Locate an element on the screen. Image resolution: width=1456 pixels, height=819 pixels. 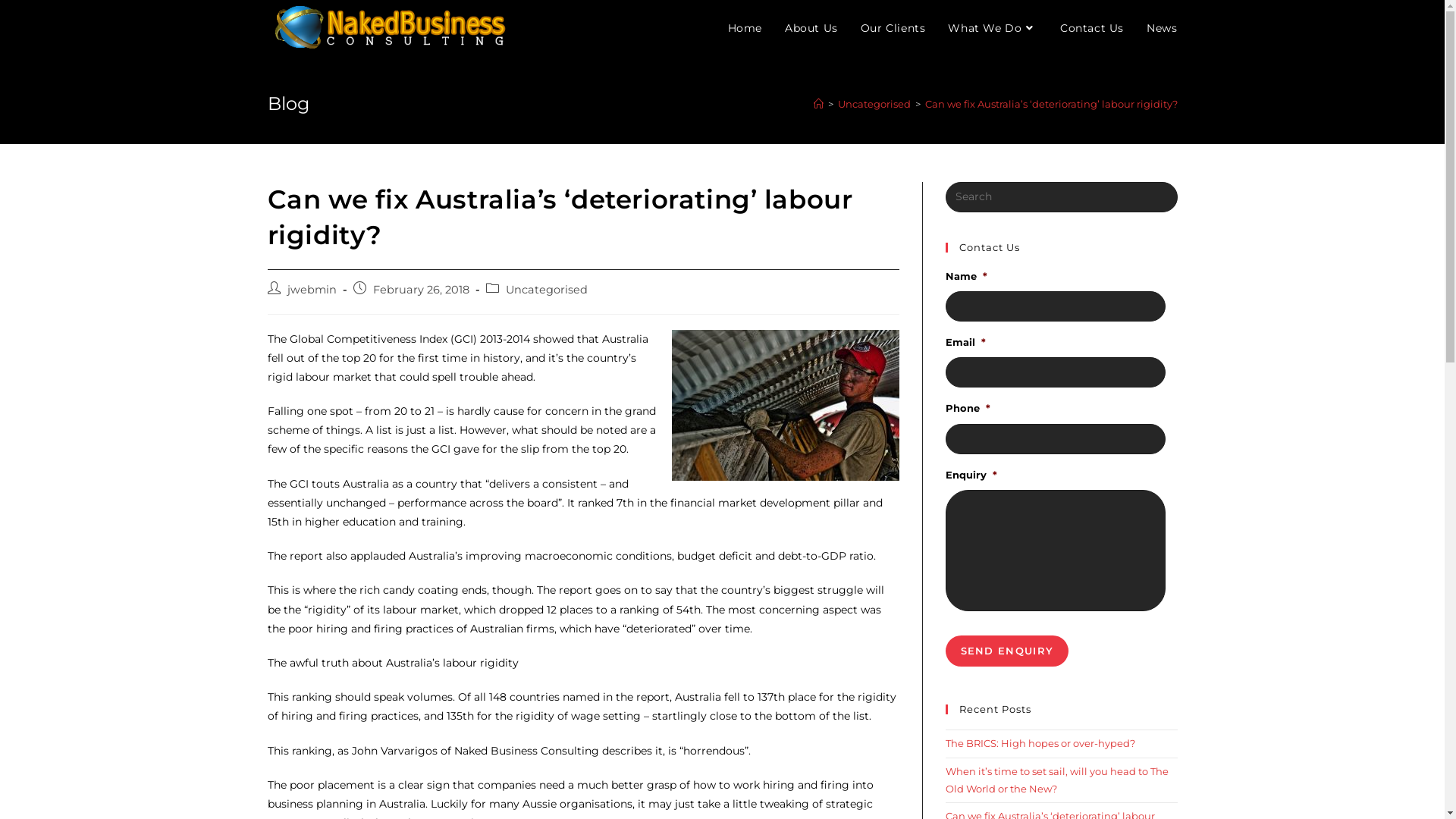
'News' is located at coordinates (1160, 28).